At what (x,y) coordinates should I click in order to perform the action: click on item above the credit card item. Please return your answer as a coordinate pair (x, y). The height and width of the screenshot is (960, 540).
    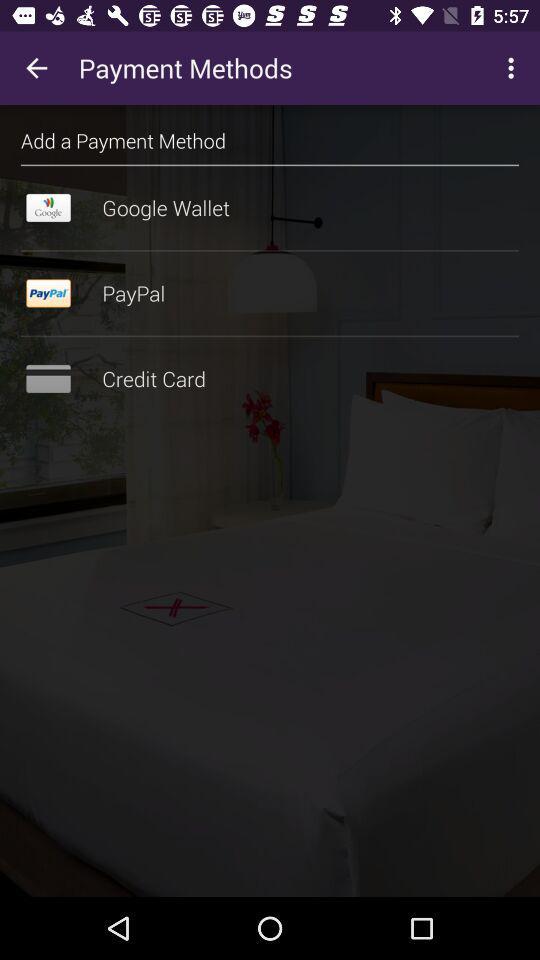
    Looking at the image, I should click on (270, 336).